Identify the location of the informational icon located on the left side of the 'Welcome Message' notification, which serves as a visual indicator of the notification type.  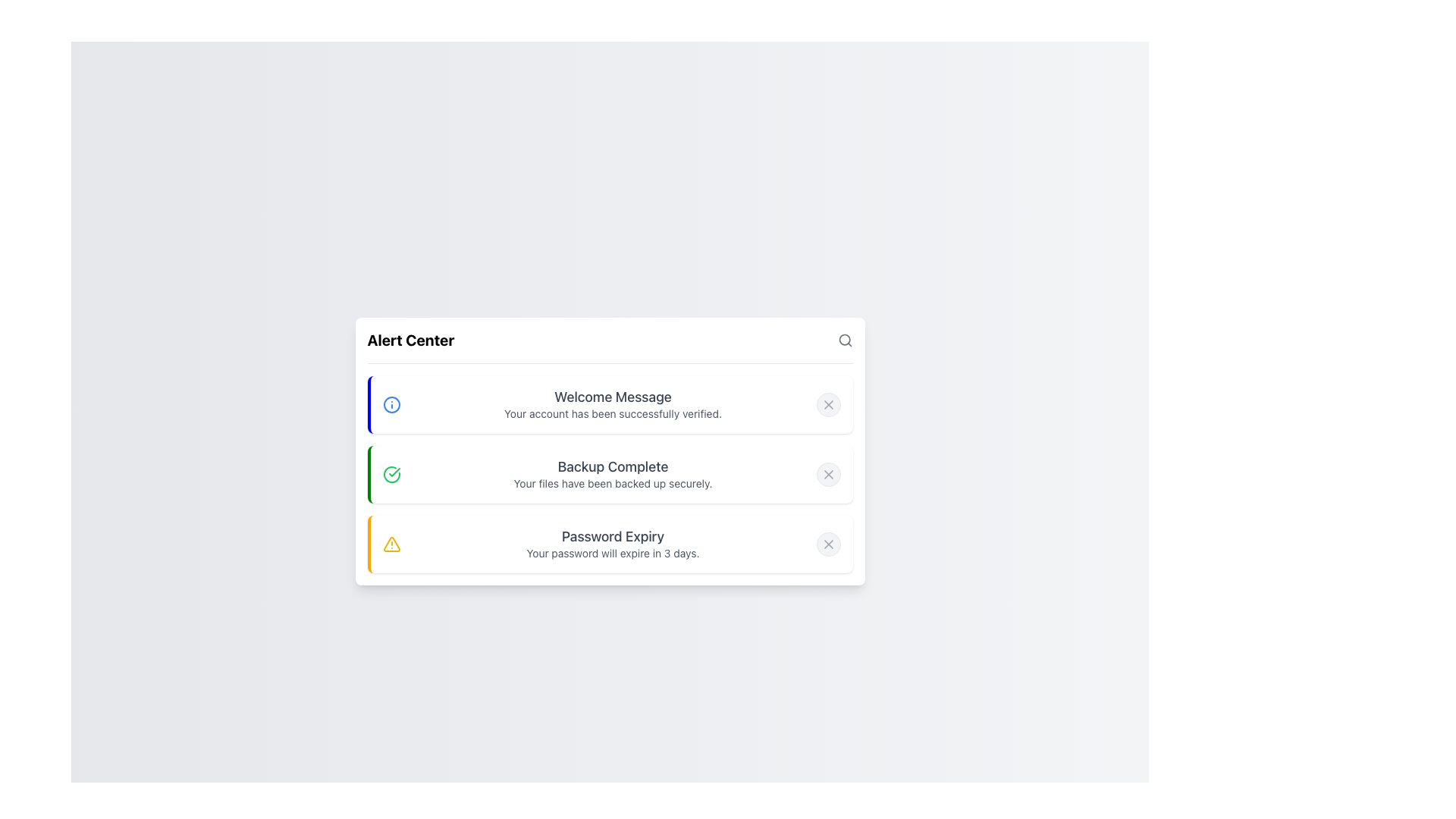
(391, 403).